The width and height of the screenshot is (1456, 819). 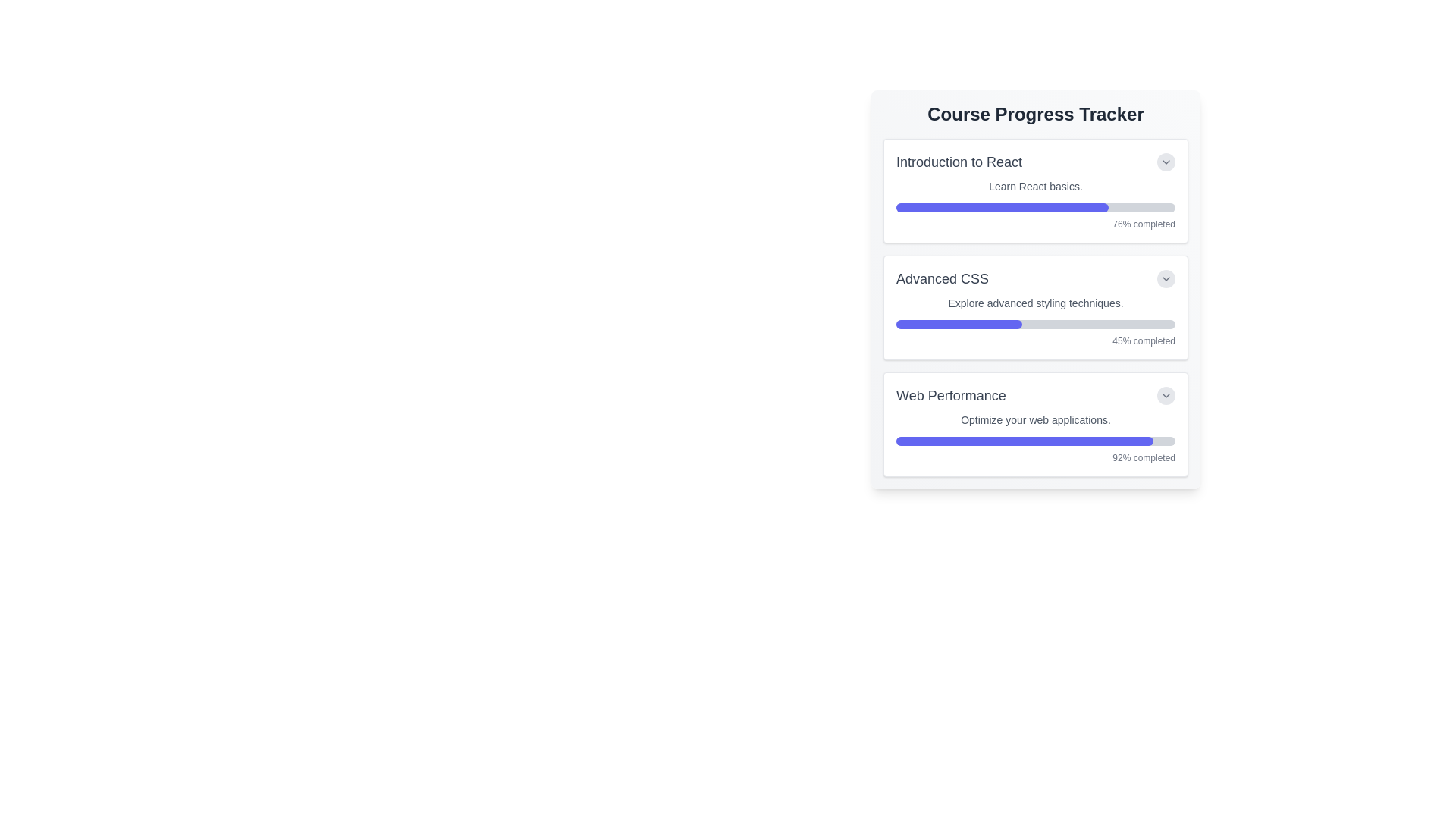 I want to click on the indigo-colored progress bar fill that indicates a 45% completion rate under the 'Advanced CSS' course label, so click(x=958, y=324).